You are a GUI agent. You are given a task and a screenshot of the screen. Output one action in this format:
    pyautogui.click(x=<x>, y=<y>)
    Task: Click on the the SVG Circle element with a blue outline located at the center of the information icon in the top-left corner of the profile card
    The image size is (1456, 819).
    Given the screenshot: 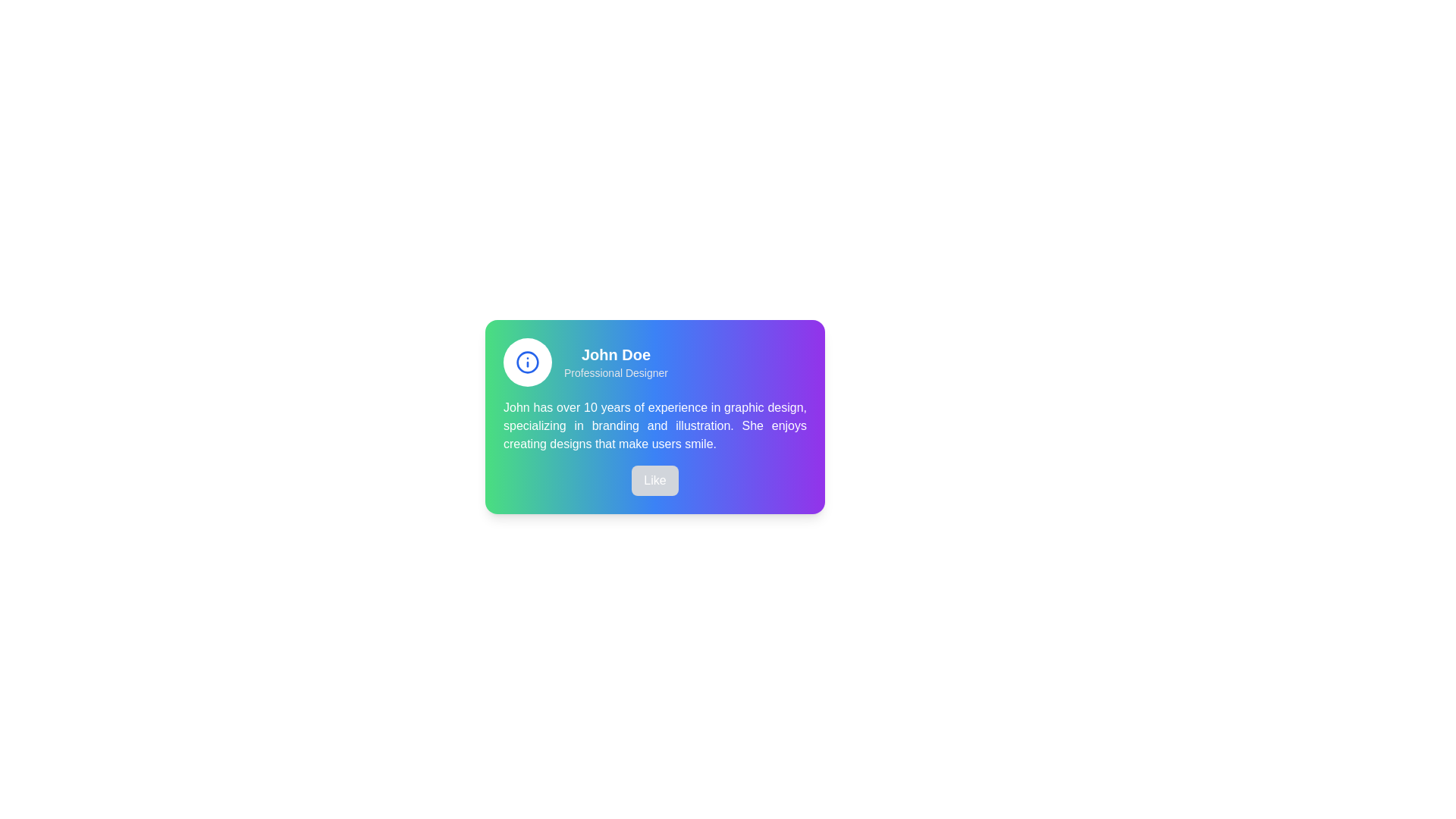 What is the action you would take?
    pyautogui.click(x=528, y=362)
    